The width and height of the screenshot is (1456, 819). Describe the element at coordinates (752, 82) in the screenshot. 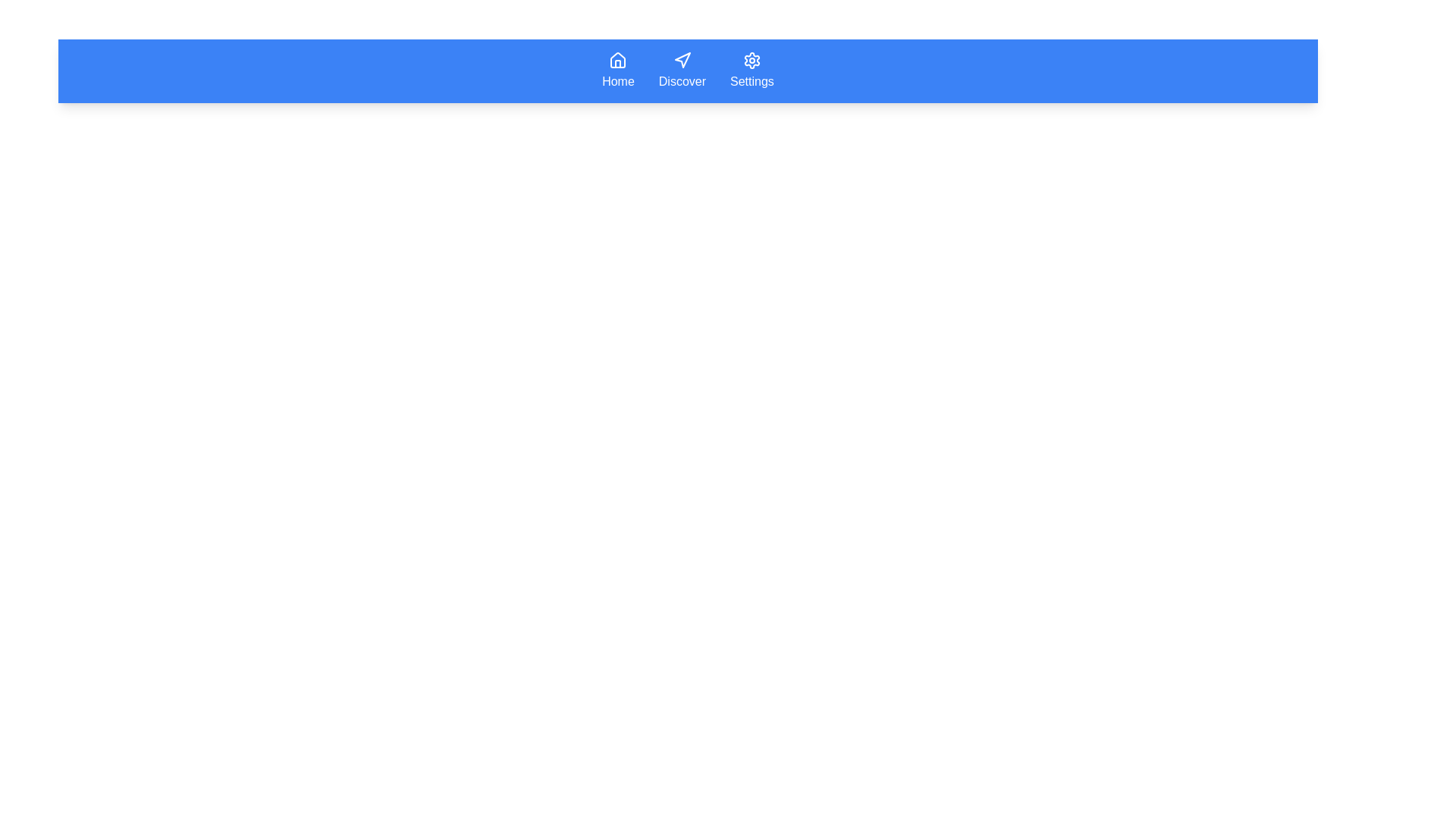

I see `the 'Settings' text label element` at that location.